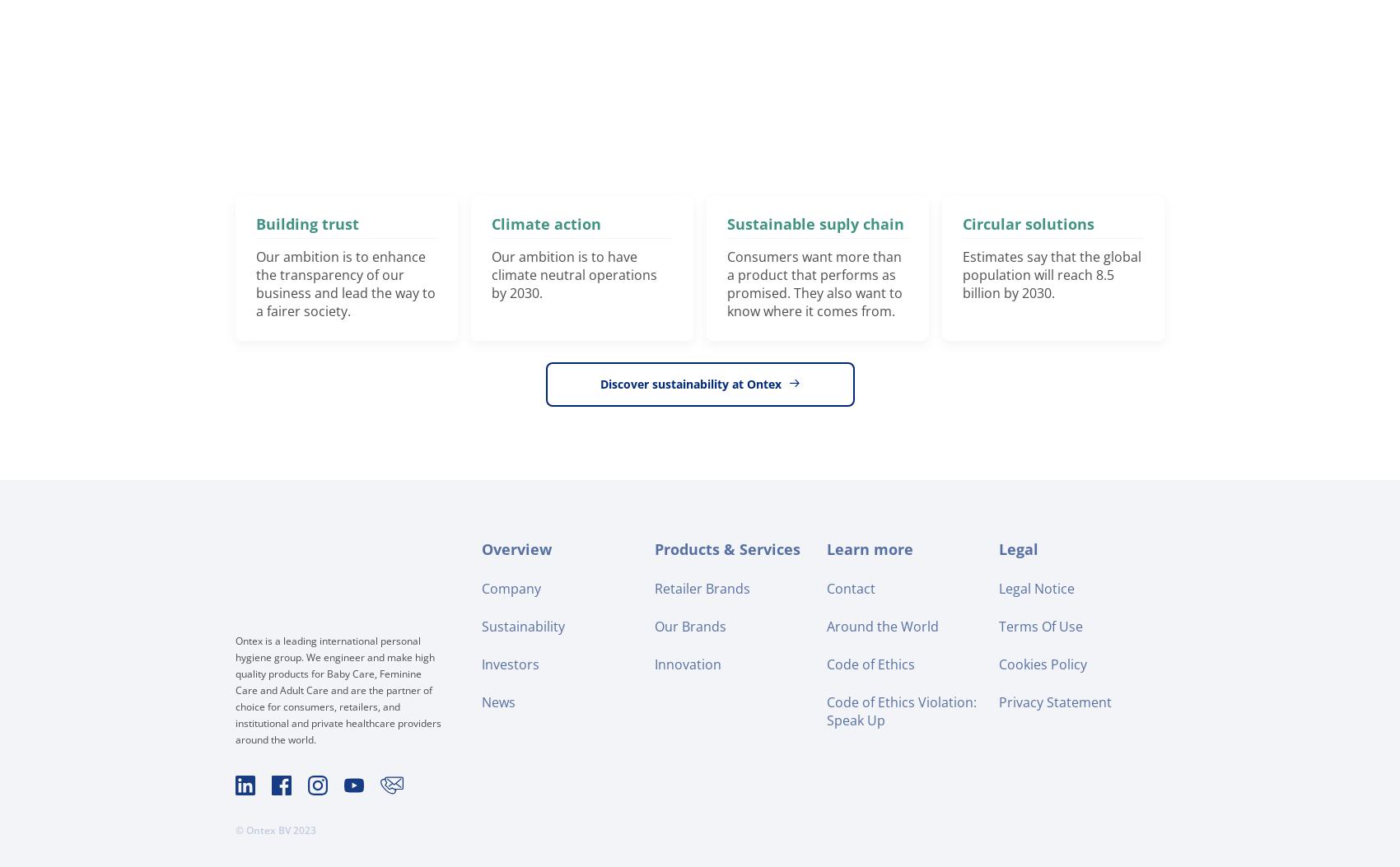 This screenshot has height=867, width=1400. I want to click on 'Consumers want more than a product that performs as promised. They also want to know where it comes from.', so click(814, 282).